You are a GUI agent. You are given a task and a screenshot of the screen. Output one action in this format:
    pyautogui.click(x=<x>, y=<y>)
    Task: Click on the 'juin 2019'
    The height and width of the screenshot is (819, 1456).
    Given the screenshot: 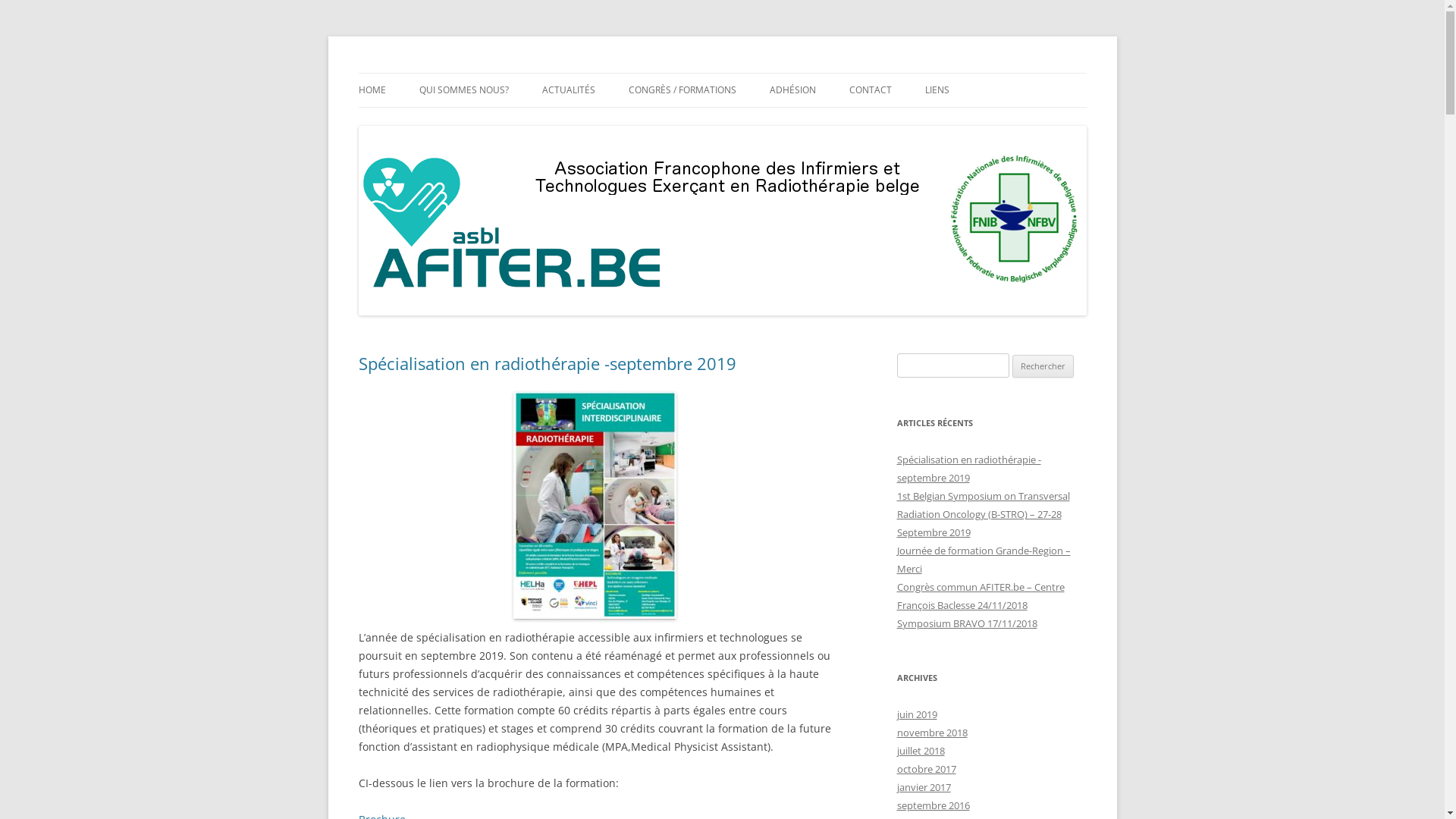 What is the action you would take?
    pyautogui.click(x=915, y=714)
    